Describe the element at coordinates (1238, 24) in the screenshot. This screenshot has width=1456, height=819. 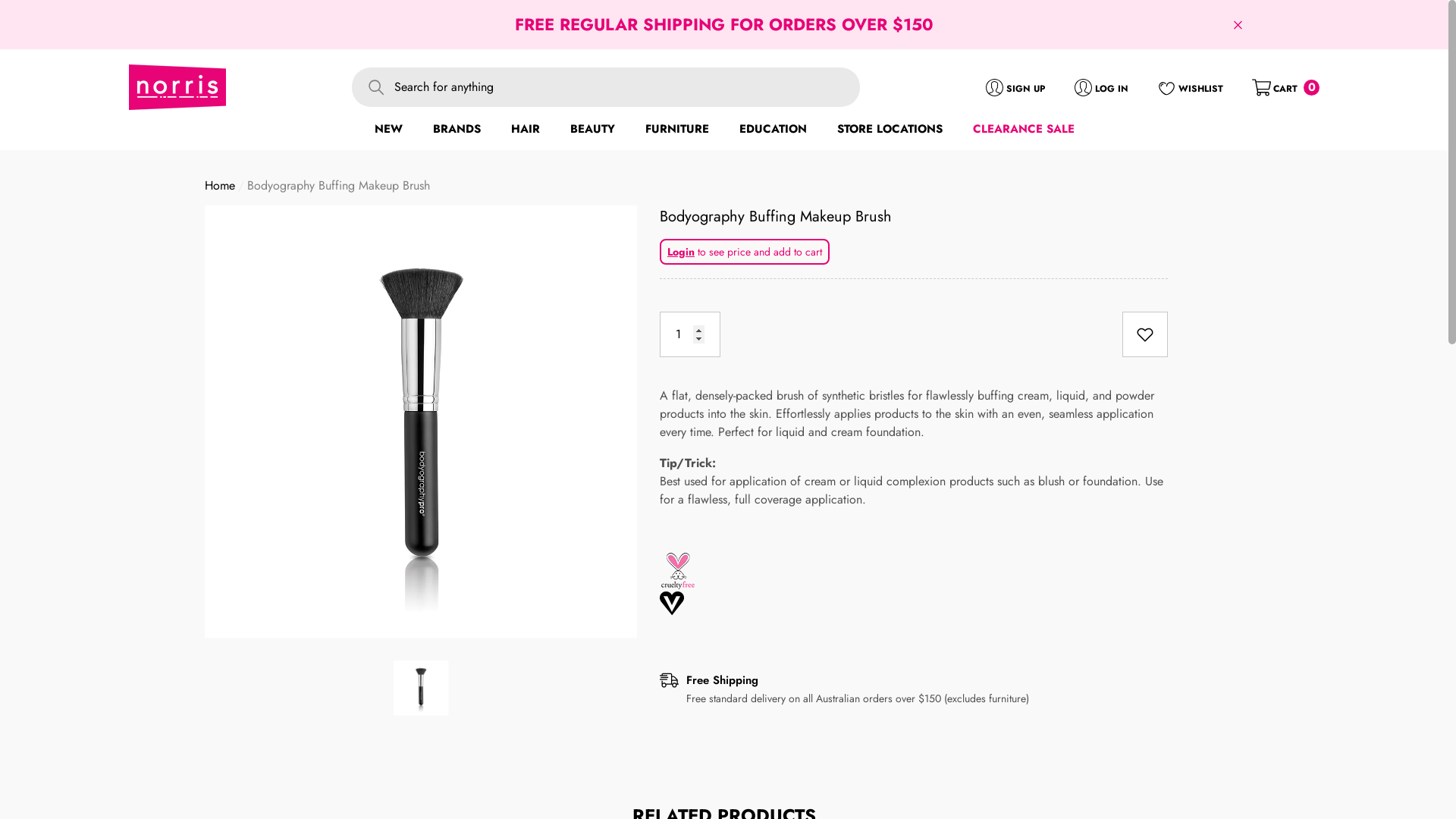
I see `'Close'` at that location.